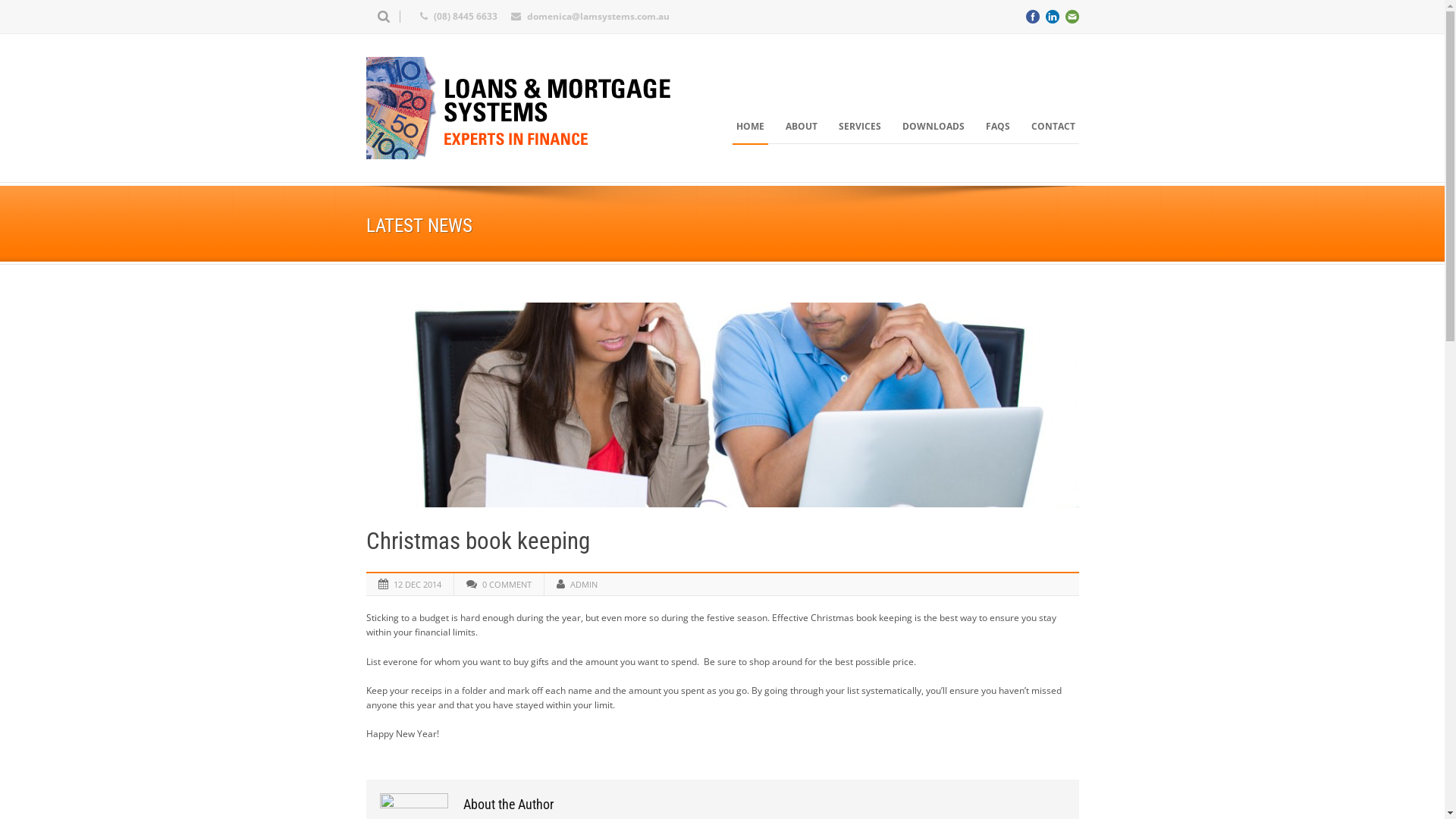  What do you see at coordinates (507, 583) in the screenshot?
I see `'0 COMMENT'` at bounding box center [507, 583].